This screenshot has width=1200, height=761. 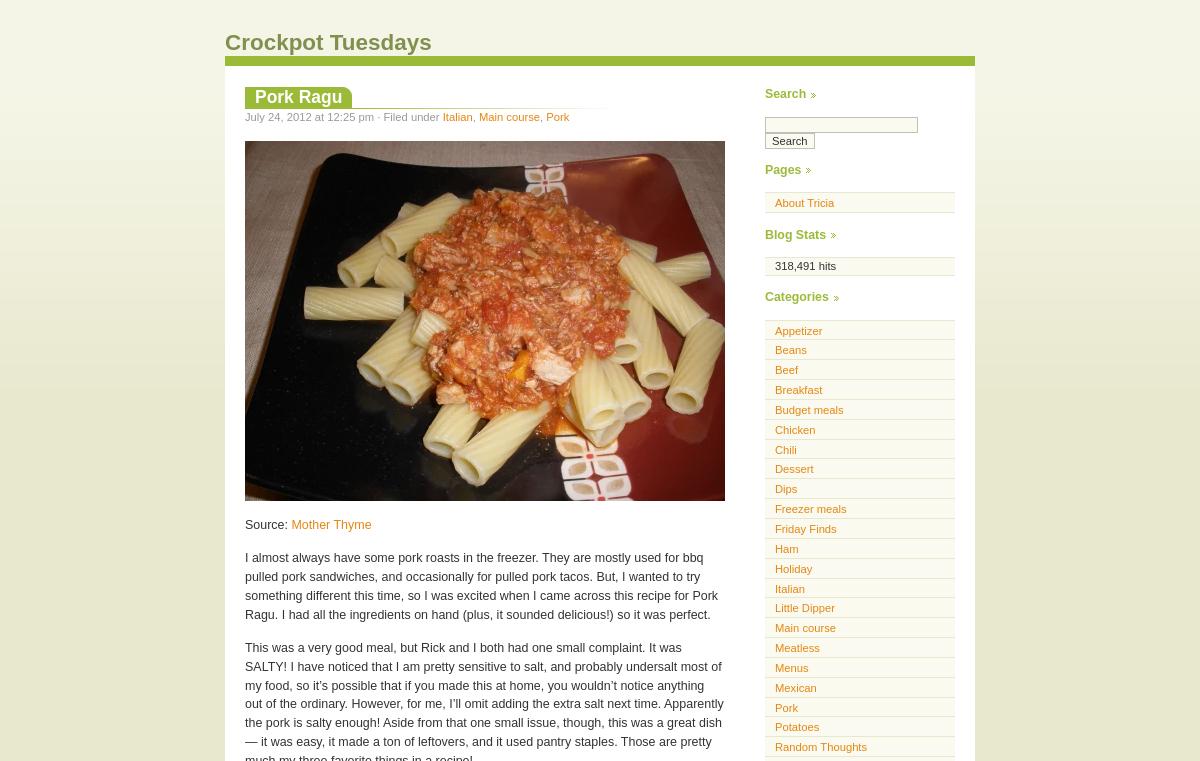 I want to click on 'Meatless', so click(x=773, y=646).